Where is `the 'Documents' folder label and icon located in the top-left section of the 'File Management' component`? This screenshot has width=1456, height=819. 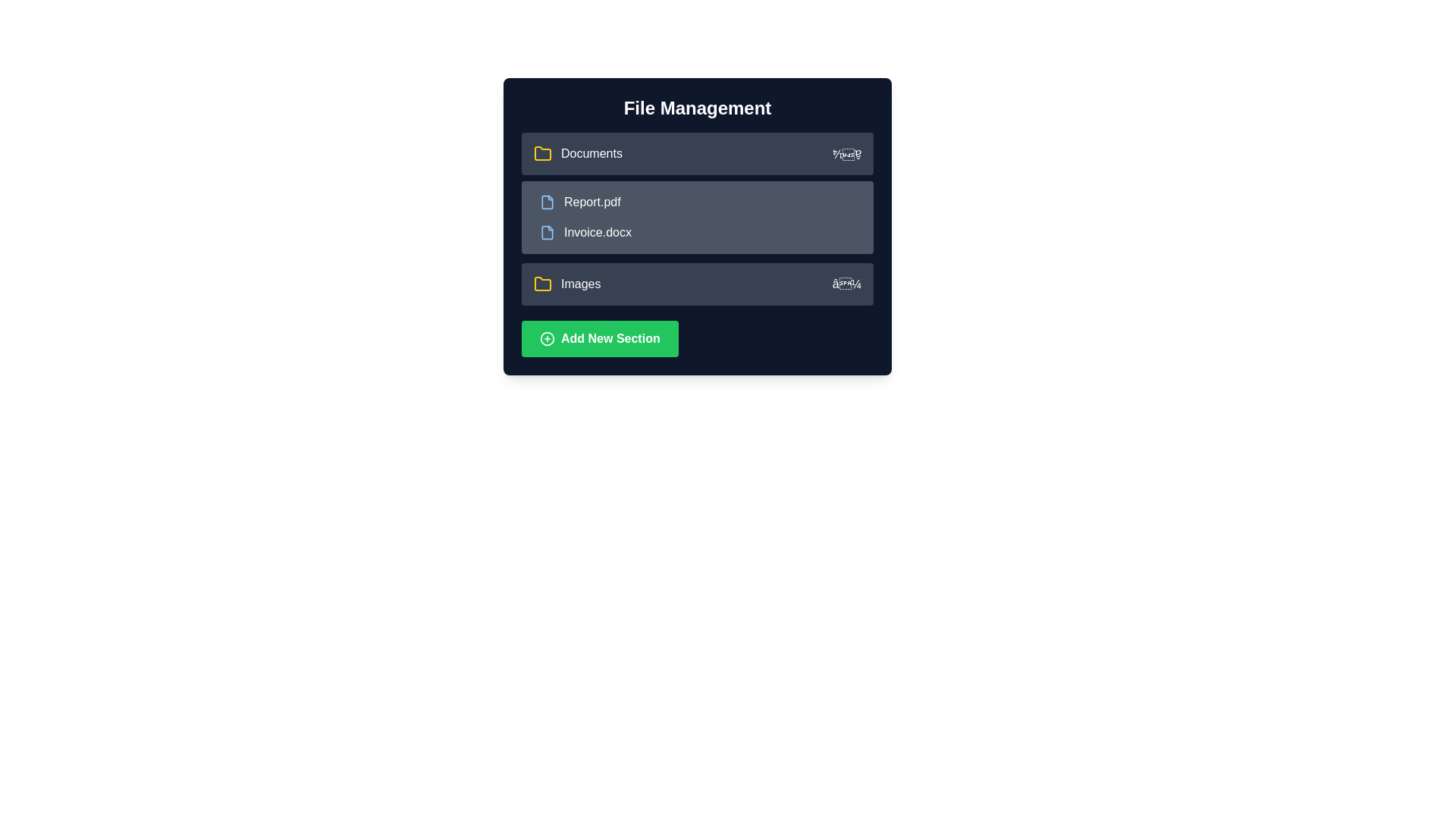 the 'Documents' folder label and icon located in the top-left section of the 'File Management' component is located at coordinates (577, 154).